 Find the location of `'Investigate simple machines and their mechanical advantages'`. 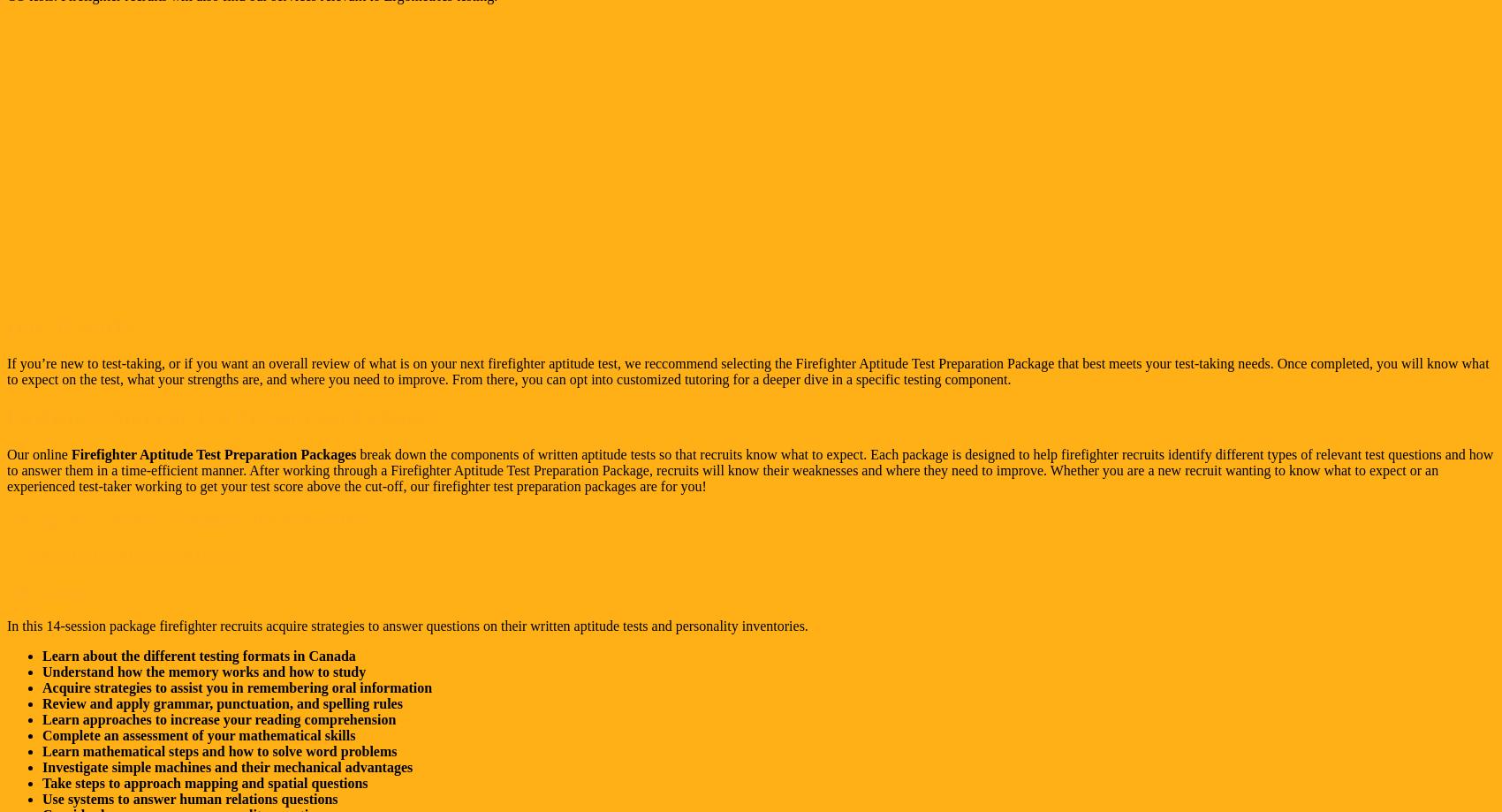

'Investigate simple machines and their mechanical advantages' is located at coordinates (227, 766).